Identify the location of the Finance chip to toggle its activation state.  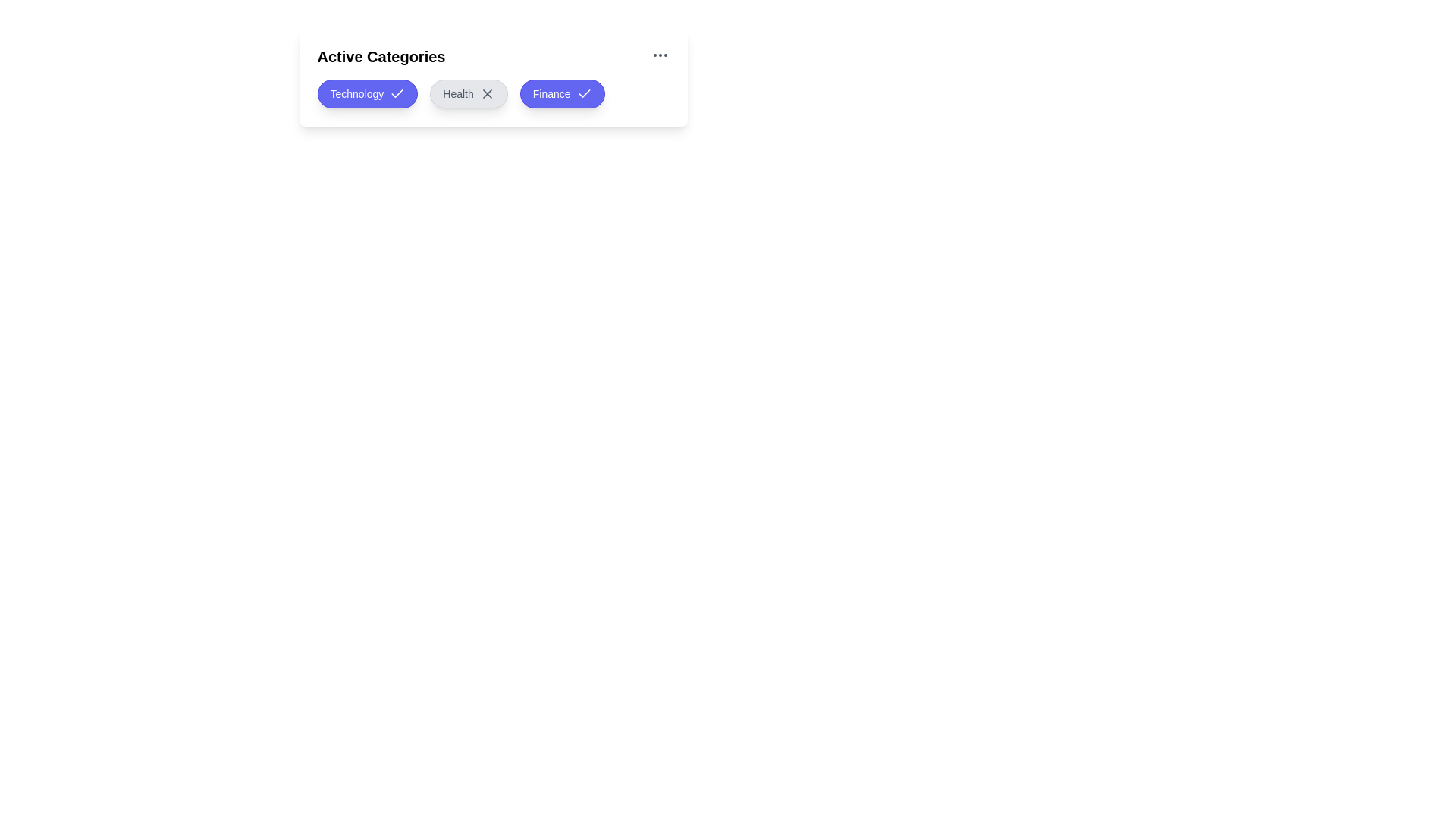
(561, 93).